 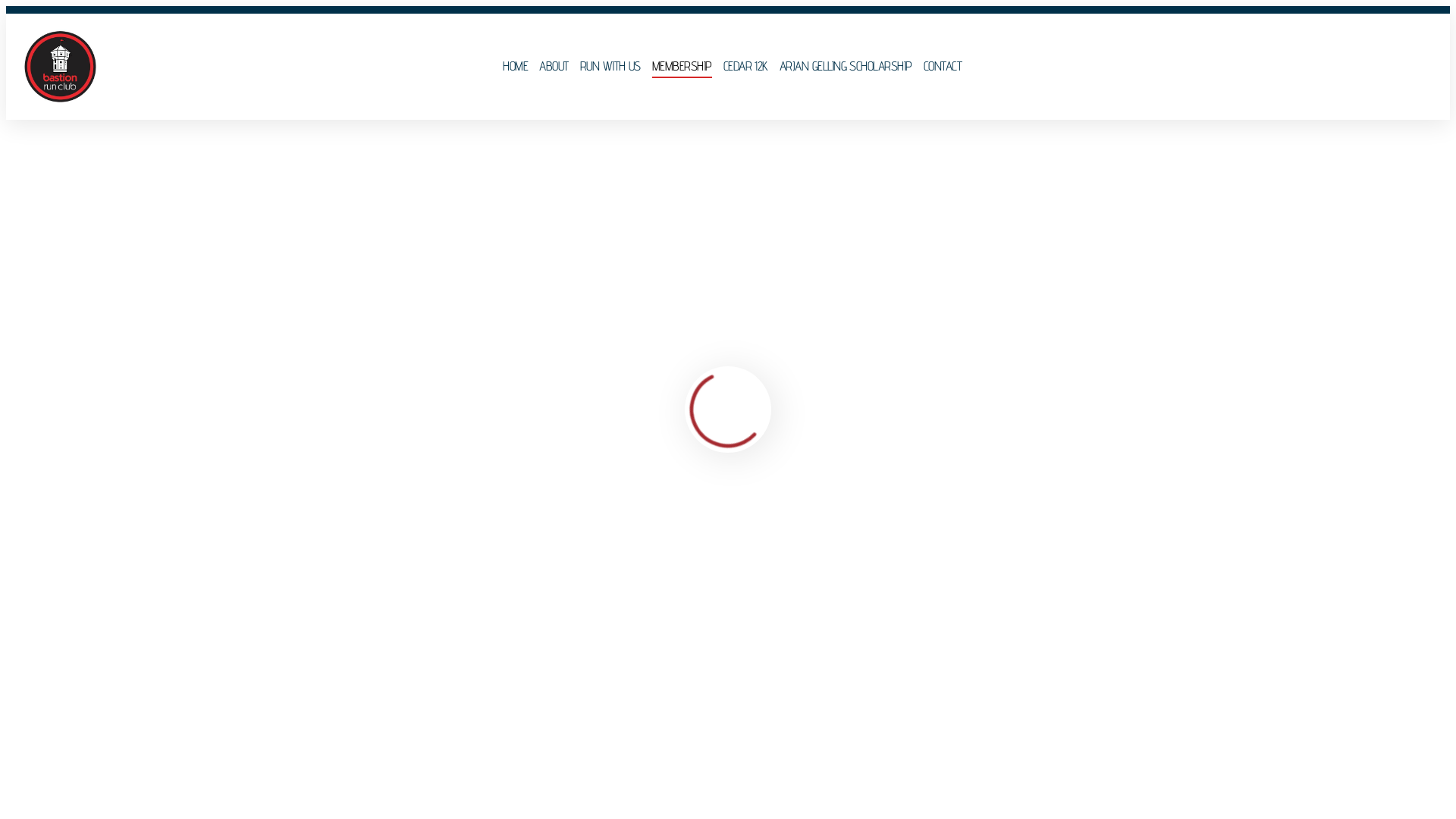 I want to click on 'HOME', so click(x=515, y=66).